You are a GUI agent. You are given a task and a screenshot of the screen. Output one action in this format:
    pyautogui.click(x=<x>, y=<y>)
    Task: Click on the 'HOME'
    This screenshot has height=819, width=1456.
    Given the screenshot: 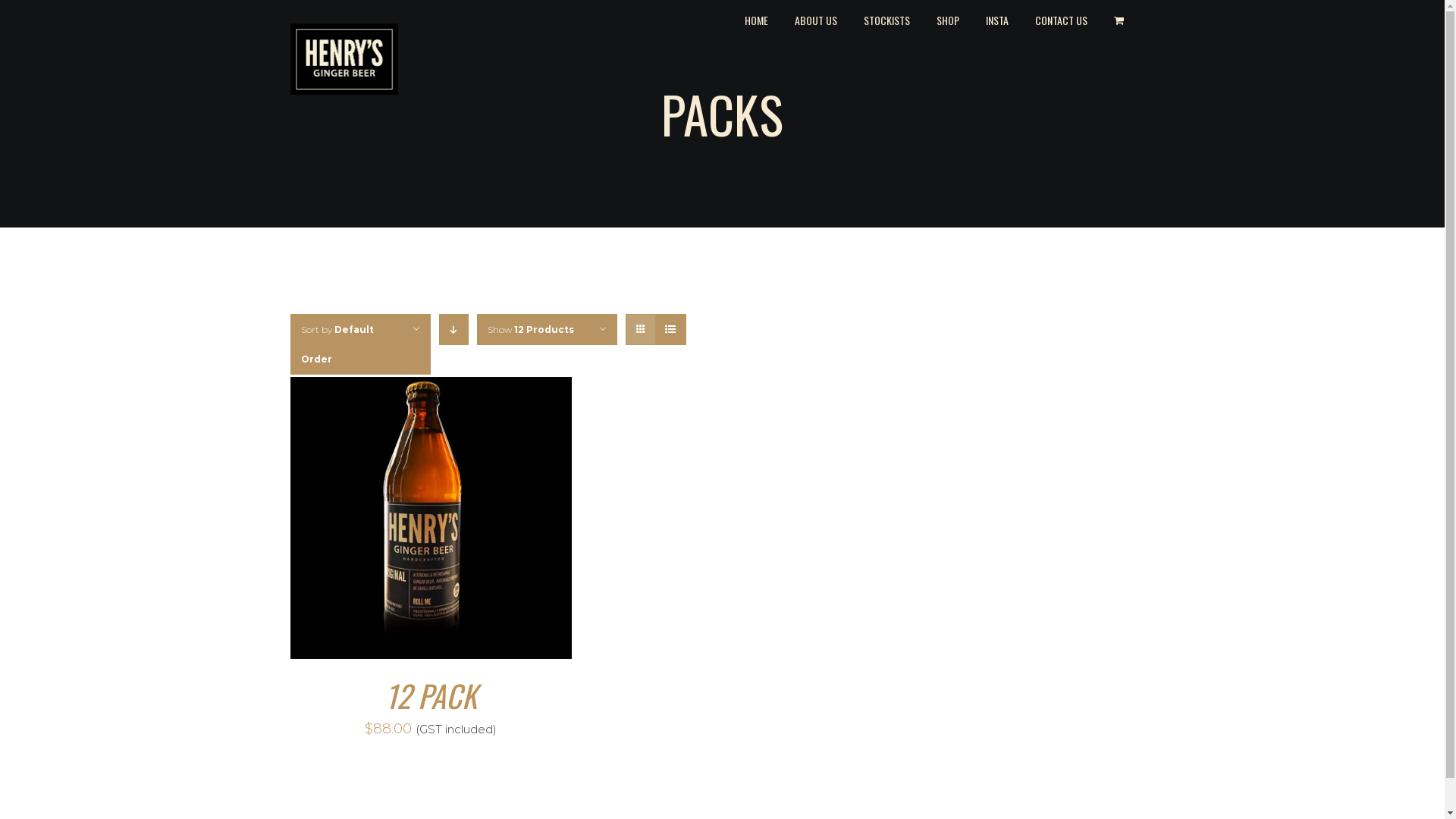 What is the action you would take?
    pyautogui.click(x=756, y=18)
    